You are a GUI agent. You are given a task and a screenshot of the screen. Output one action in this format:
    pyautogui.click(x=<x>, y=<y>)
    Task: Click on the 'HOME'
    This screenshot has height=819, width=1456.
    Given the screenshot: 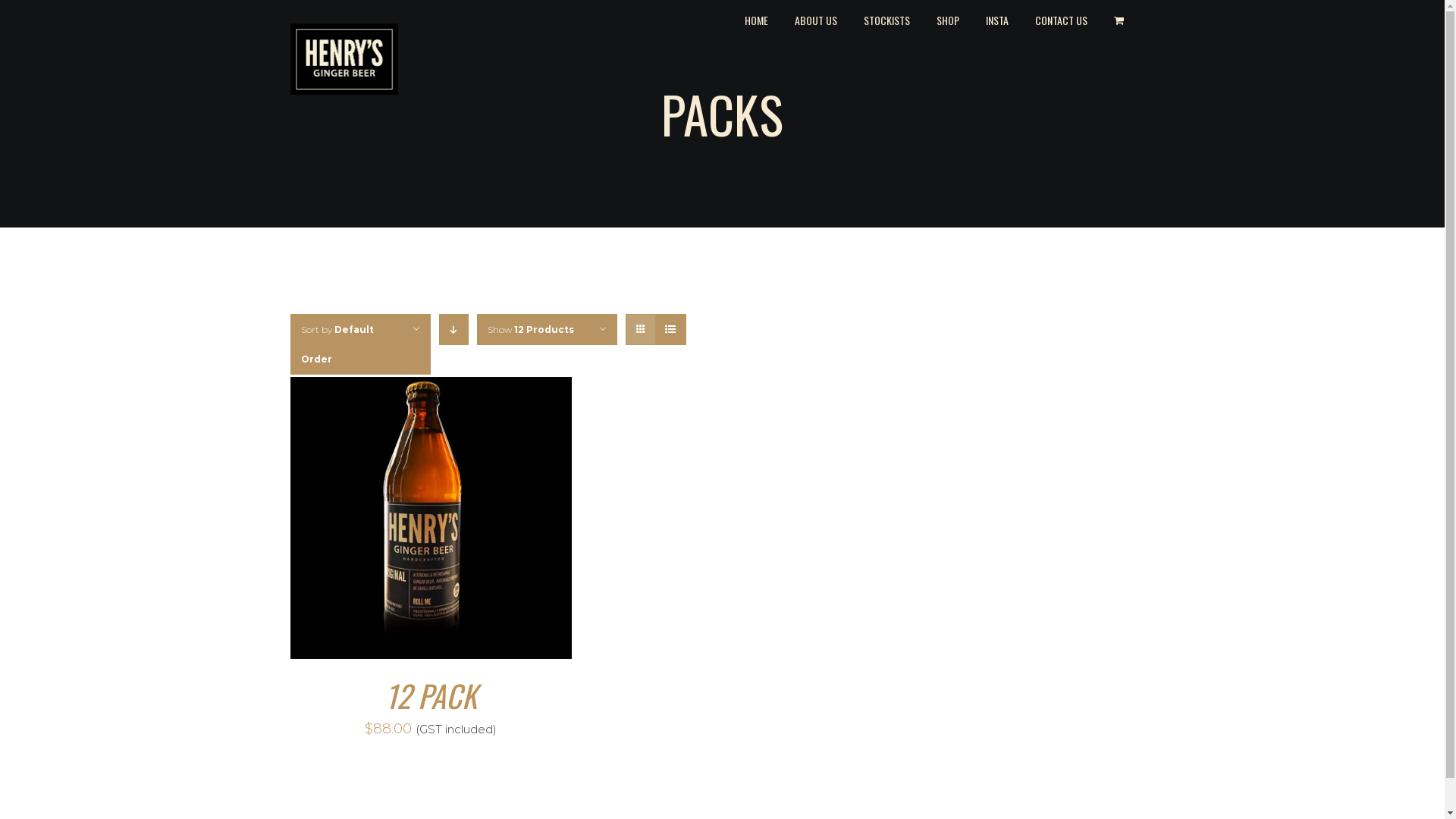 What is the action you would take?
    pyautogui.click(x=756, y=18)
    